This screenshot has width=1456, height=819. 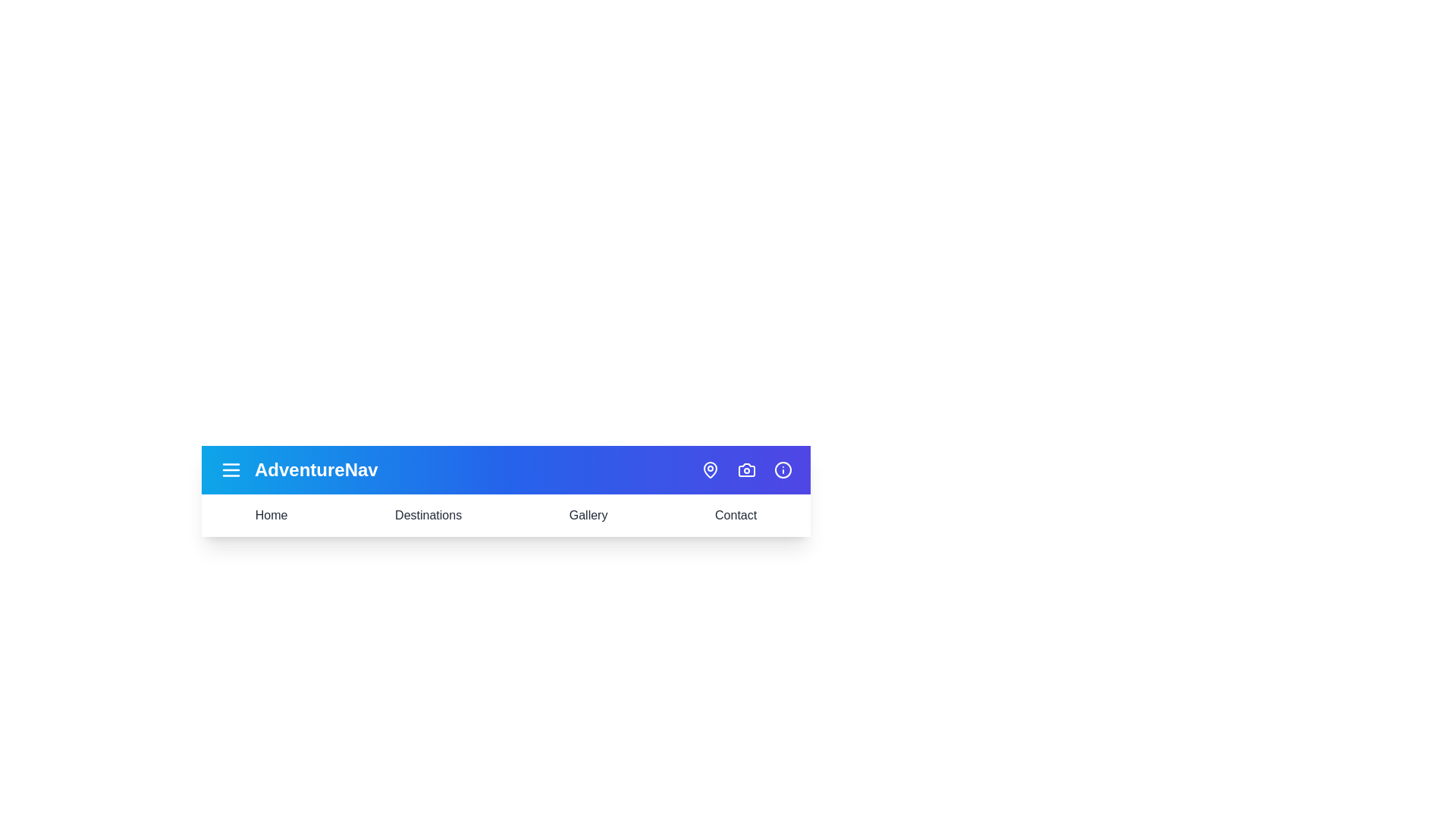 I want to click on the text of the element Contact for copying or inspection, so click(x=735, y=514).